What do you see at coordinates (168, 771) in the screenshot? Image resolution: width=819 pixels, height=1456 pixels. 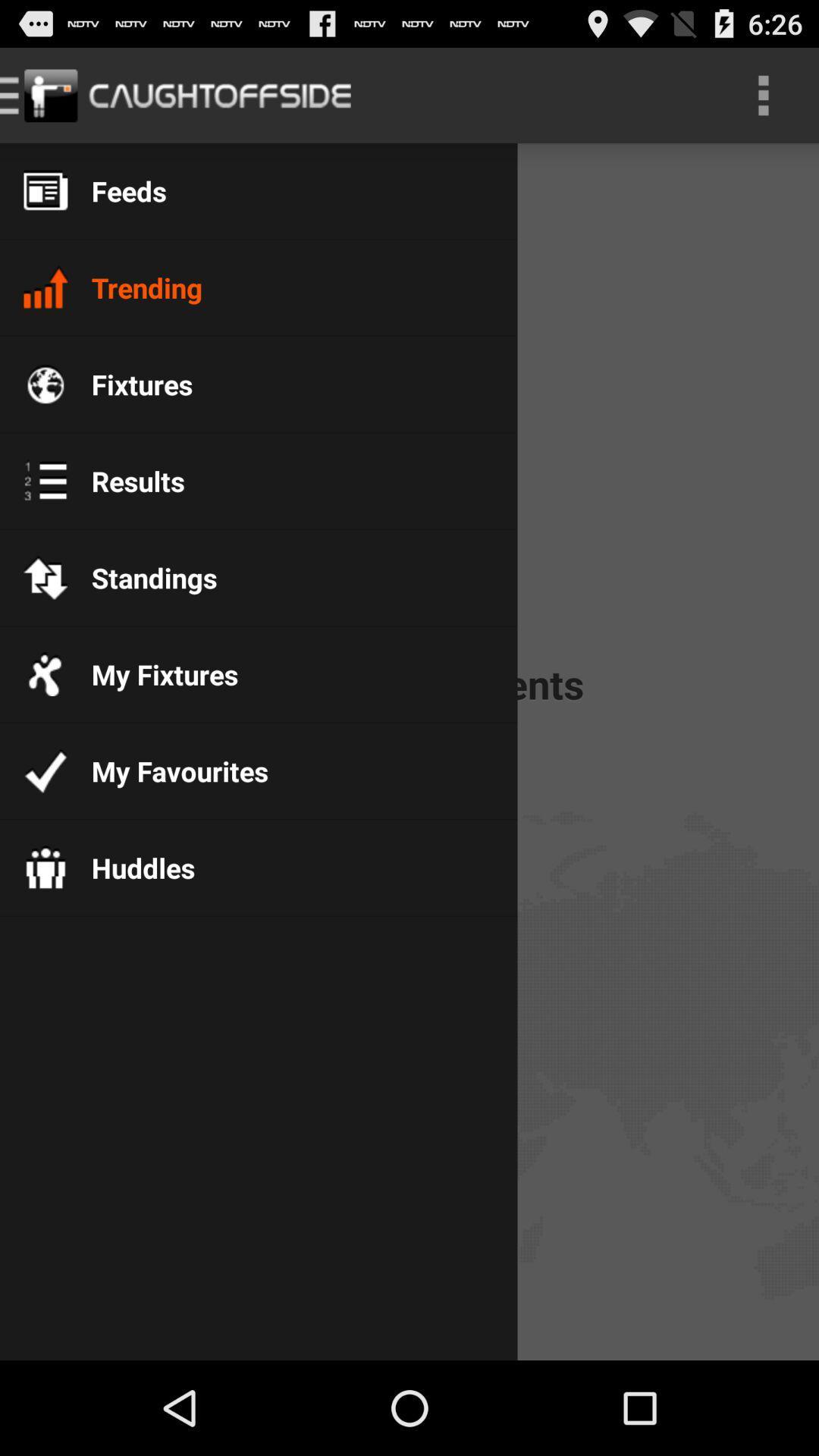 I see `the my favourites item` at bounding box center [168, 771].